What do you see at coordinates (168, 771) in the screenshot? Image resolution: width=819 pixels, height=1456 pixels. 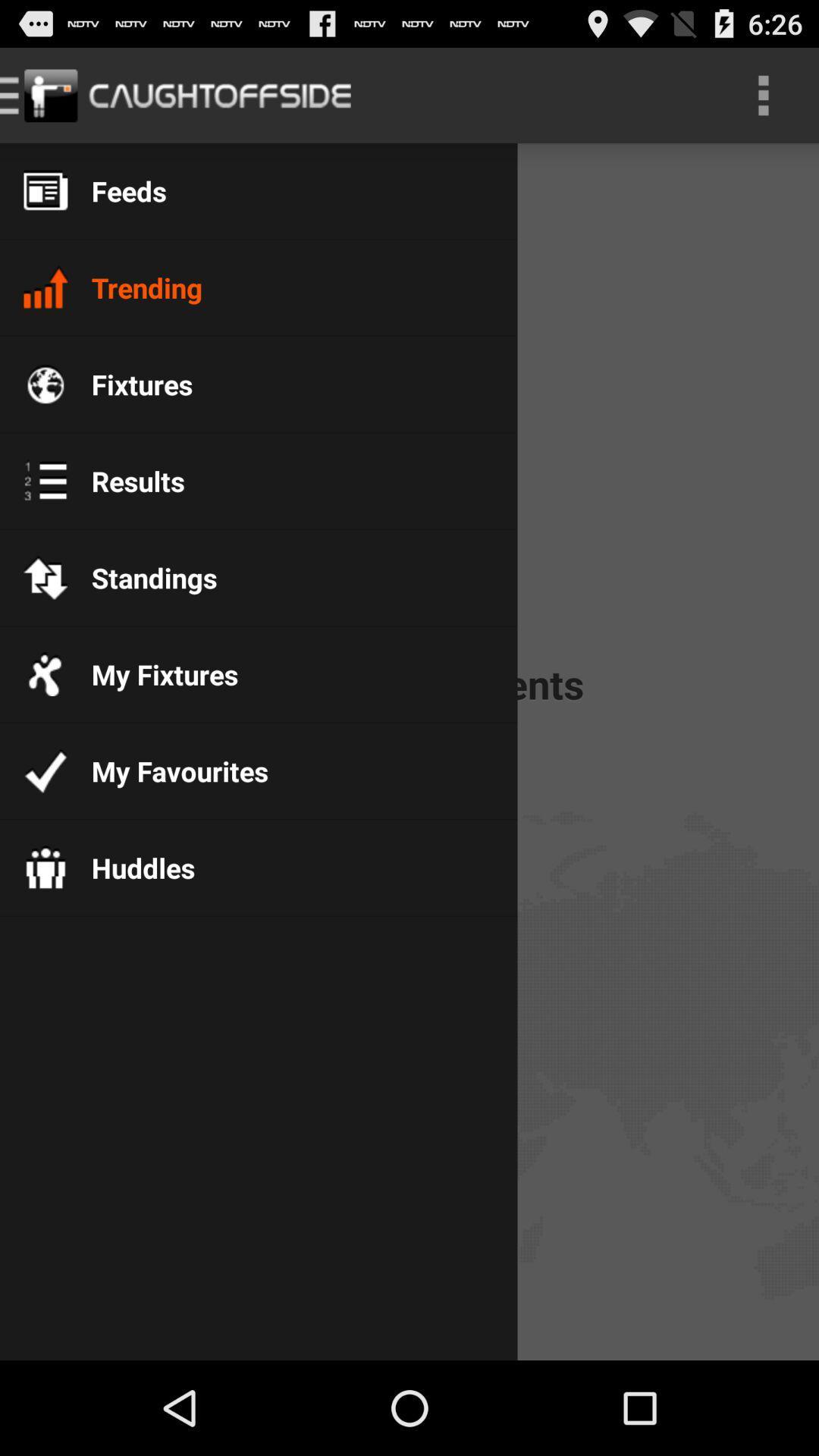 I see `the my favourites item` at bounding box center [168, 771].